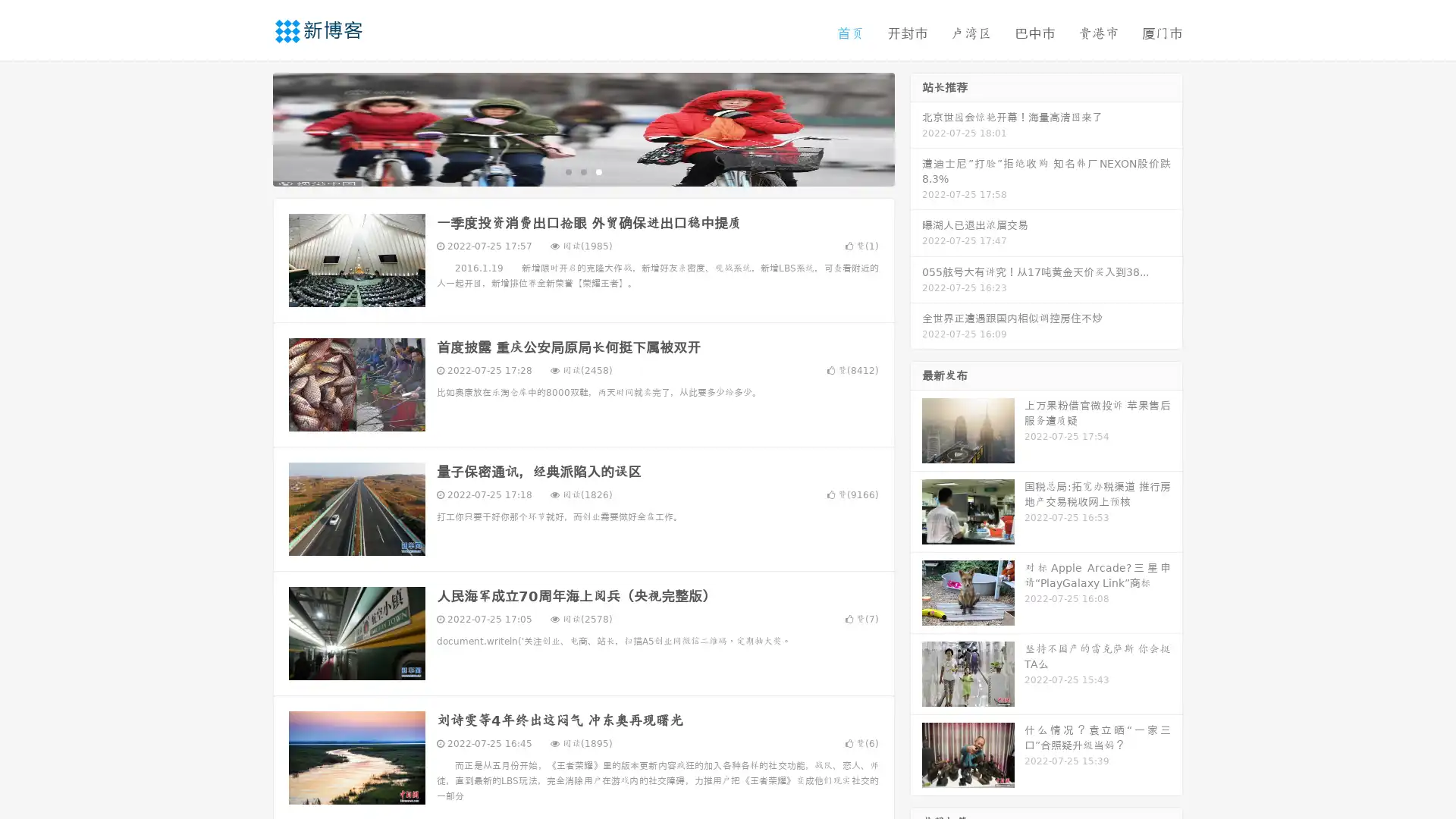 This screenshot has width=1456, height=819. I want to click on Previous slide, so click(250, 127).